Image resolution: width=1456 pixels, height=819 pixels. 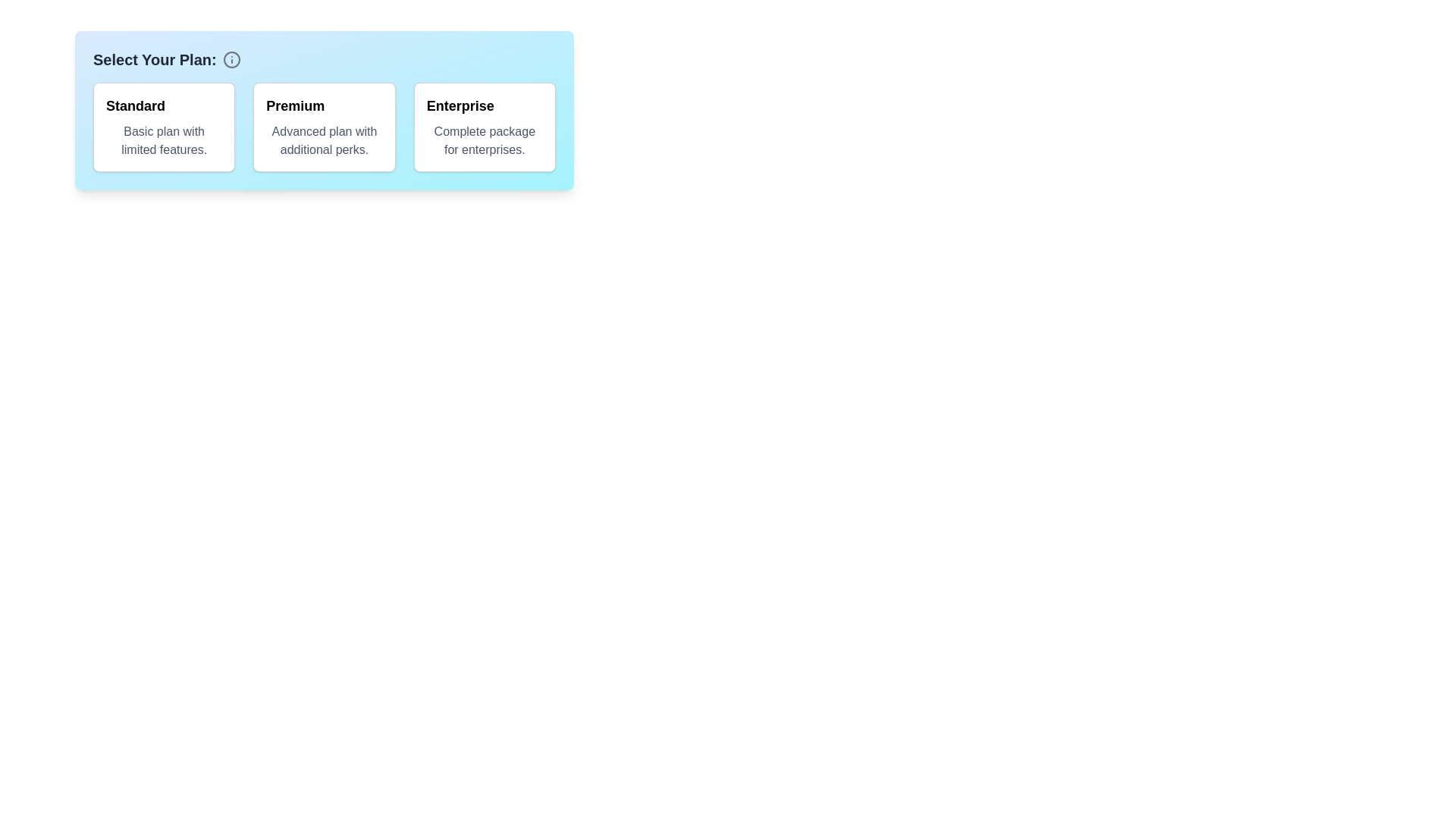 What do you see at coordinates (155, 58) in the screenshot?
I see `the label or text header located at the top-left of the section, which indicates the purpose of the options below it, such as 'Standard', 'Premium', and 'Enterprise'` at bounding box center [155, 58].